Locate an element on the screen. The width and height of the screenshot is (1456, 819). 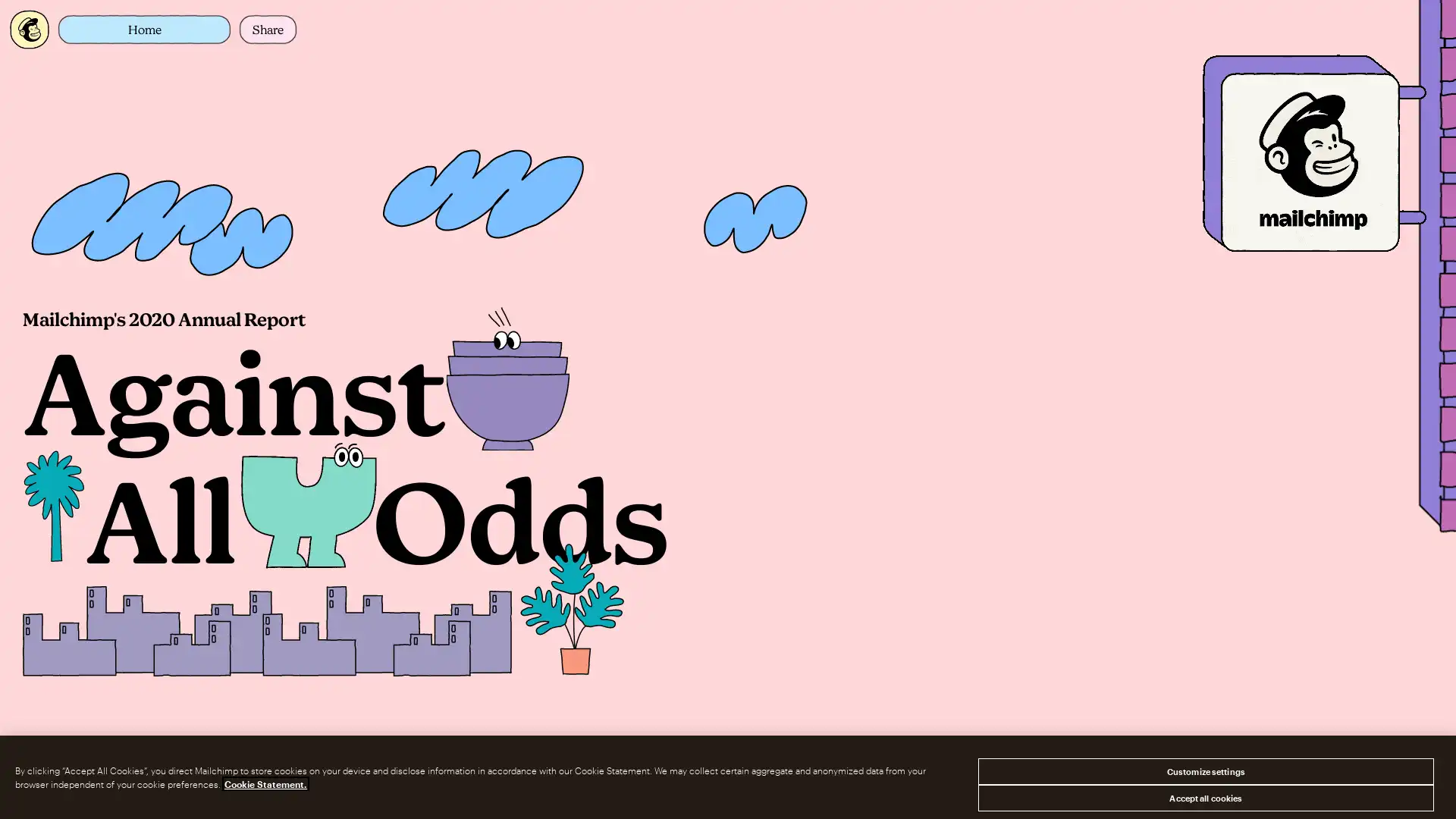
Share is located at coordinates (268, 29).